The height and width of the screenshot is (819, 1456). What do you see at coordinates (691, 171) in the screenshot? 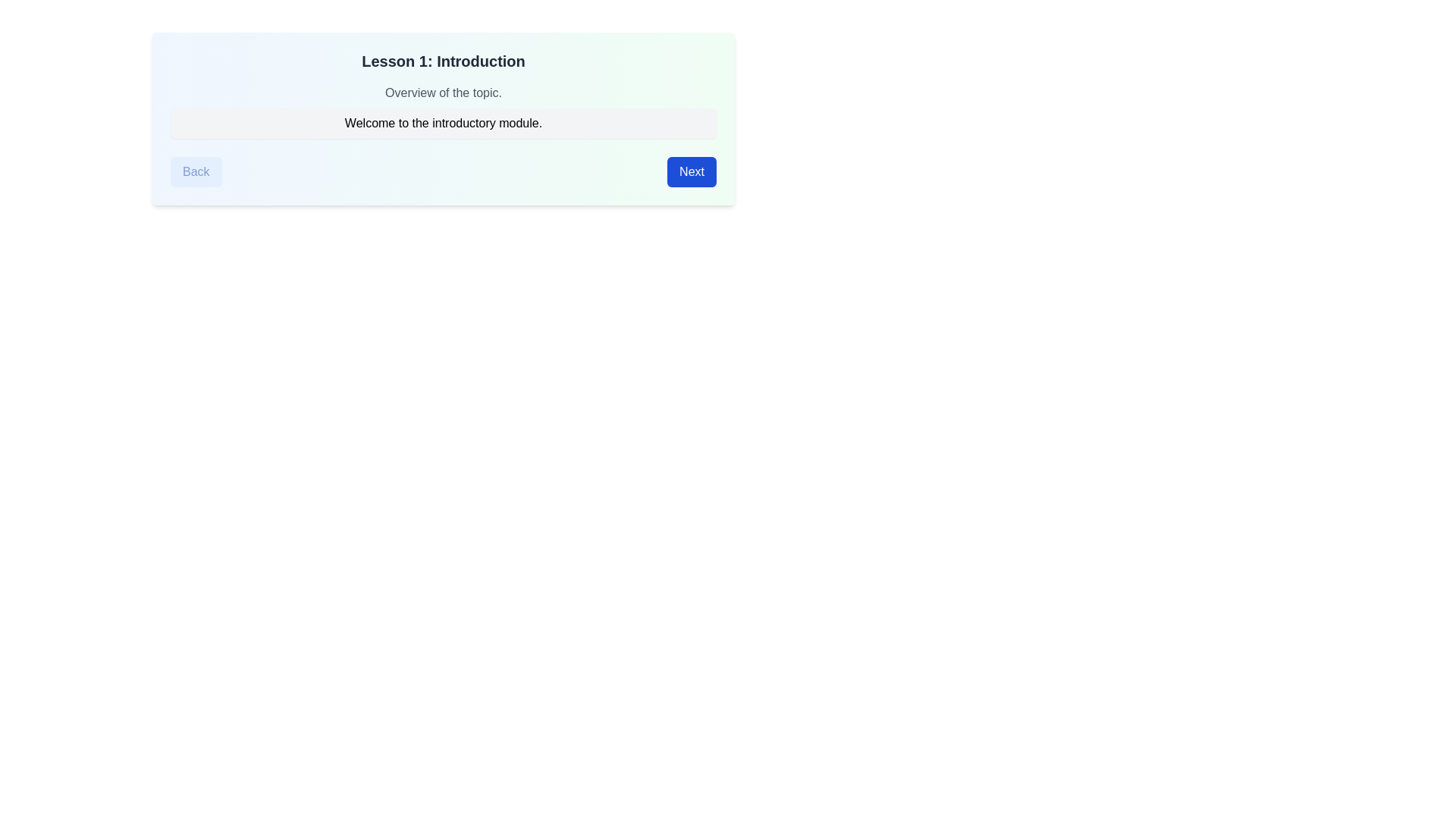
I see `the 'Next' button to navigate to the next lesson` at bounding box center [691, 171].